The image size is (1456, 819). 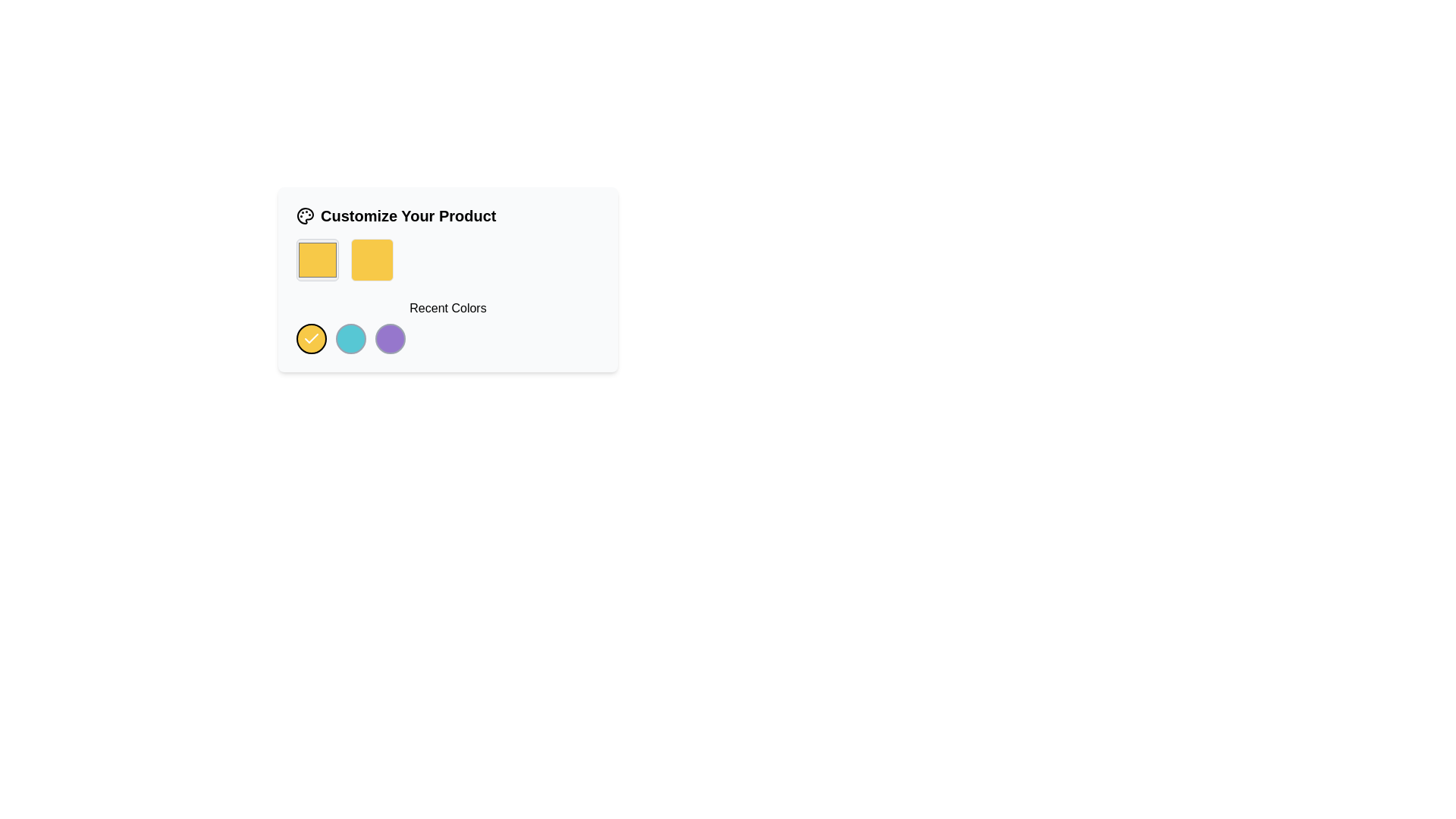 I want to click on the checkmark icon indicating selection of the yellow color in the 'Recent Colors' section under the 'Customize Your Product' panel, so click(x=311, y=338).